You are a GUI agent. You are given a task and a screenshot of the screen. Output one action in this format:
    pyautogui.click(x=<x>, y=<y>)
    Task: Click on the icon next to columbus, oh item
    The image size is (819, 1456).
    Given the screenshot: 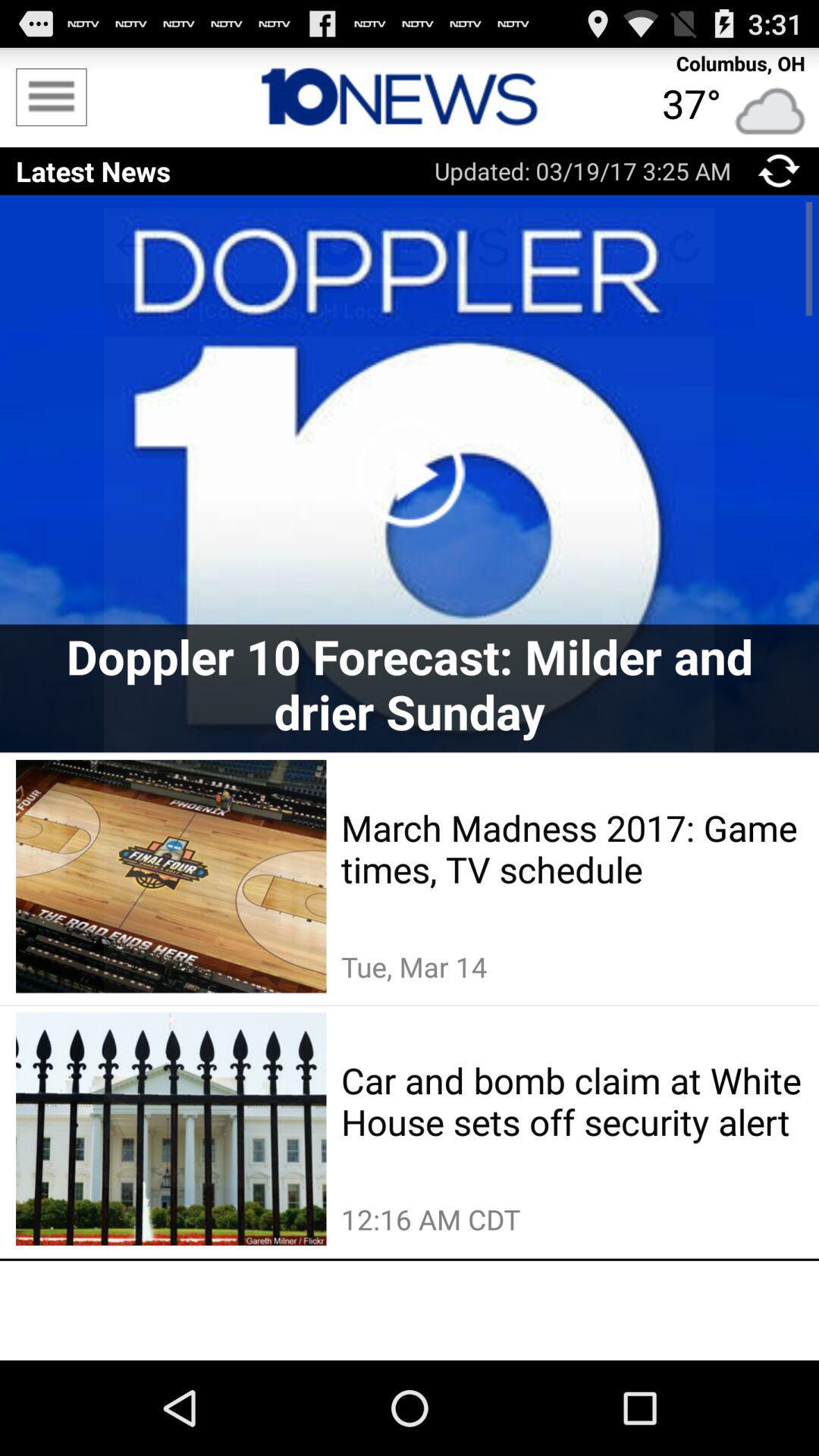 What is the action you would take?
    pyautogui.click(x=409, y=96)
    